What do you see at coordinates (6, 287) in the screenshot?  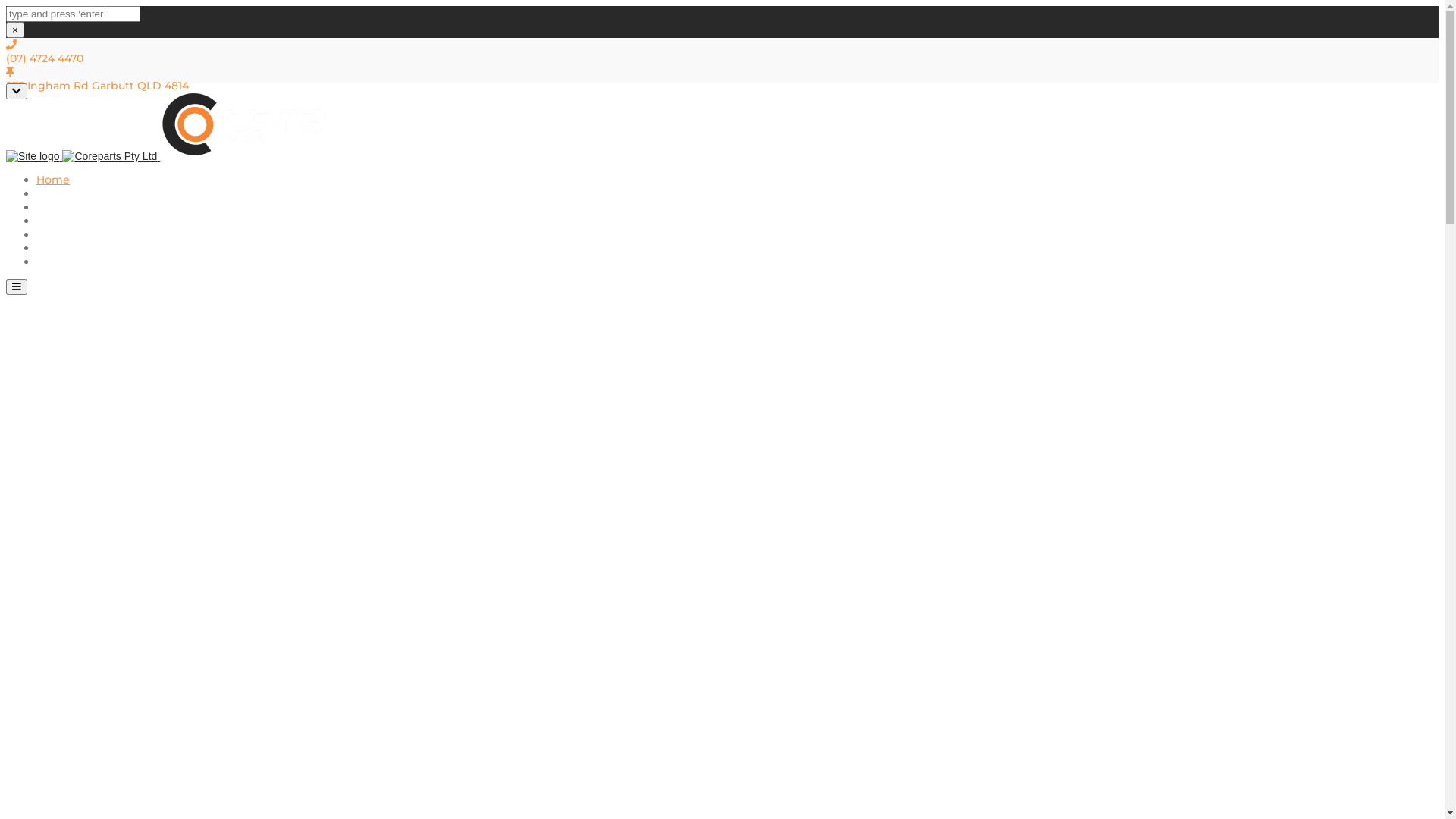 I see `'Toggle navigation'` at bounding box center [6, 287].